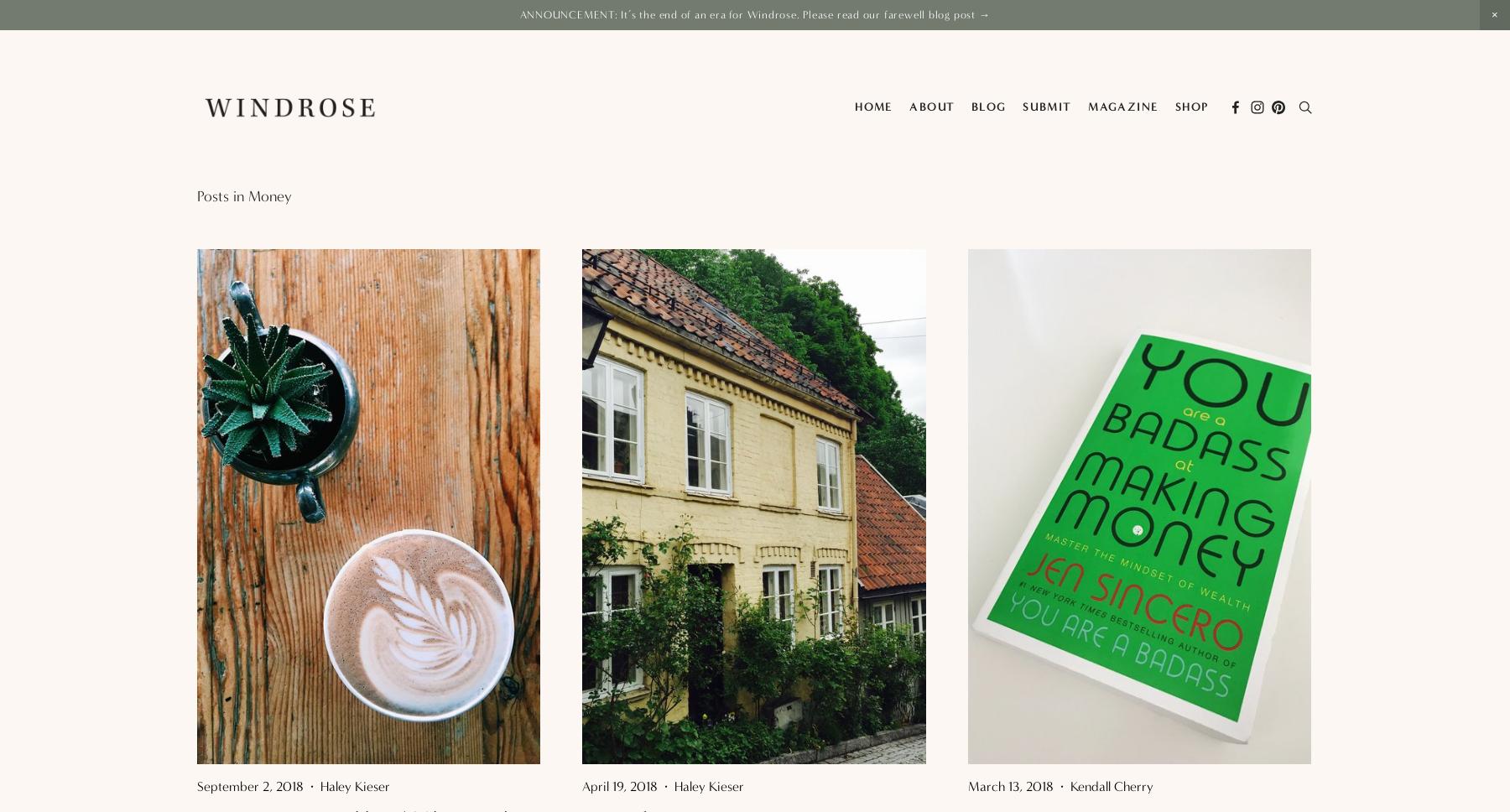  I want to click on 'September 2, 2018', so click(249, 784).